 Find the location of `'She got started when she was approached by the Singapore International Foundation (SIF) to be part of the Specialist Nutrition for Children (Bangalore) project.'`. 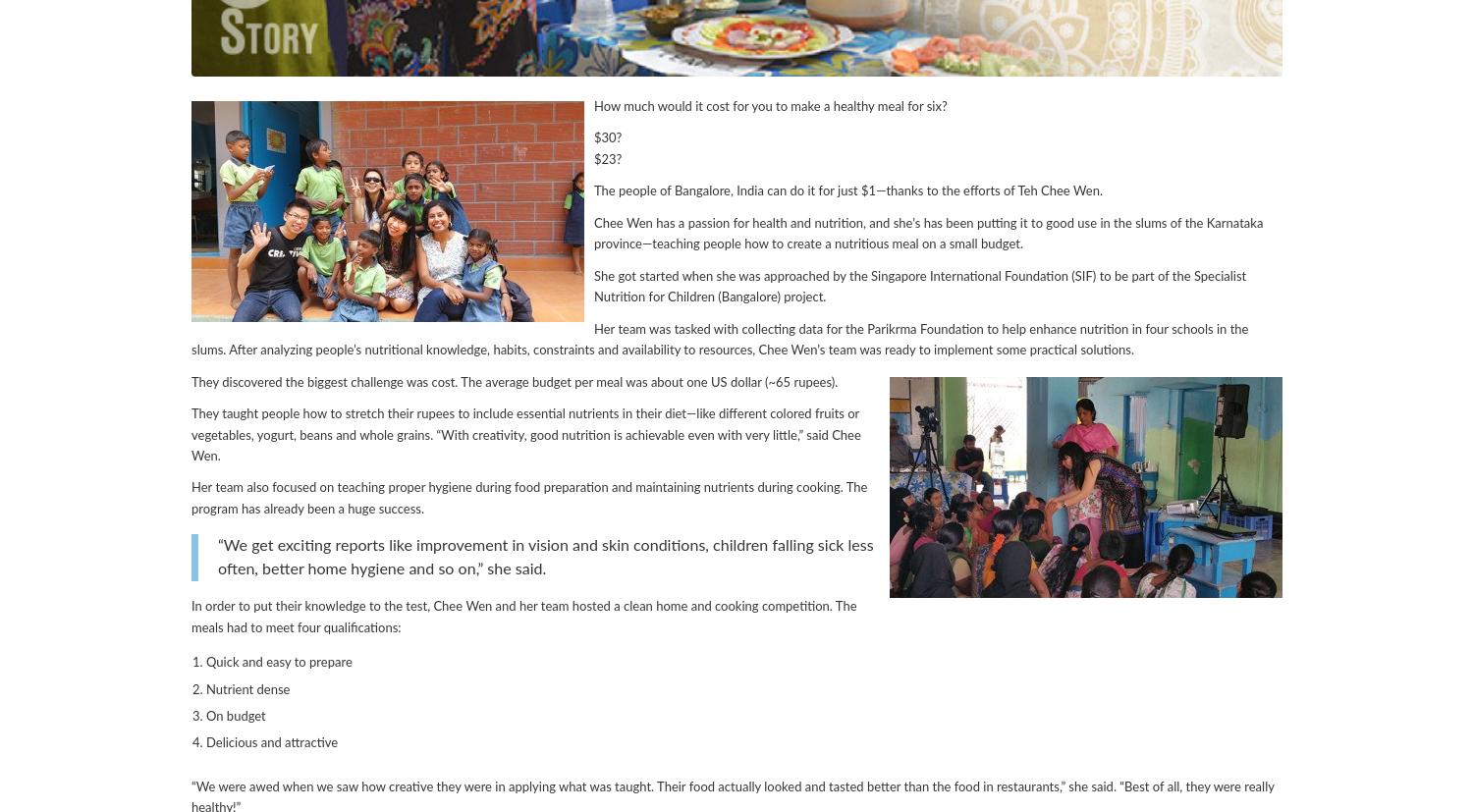

'She got started when she was approached by the Singapore International Foundation (SIF) to be part of the Specialist Nutrition for Children (Bangalore) project.' is located at coordinates (920, 286).